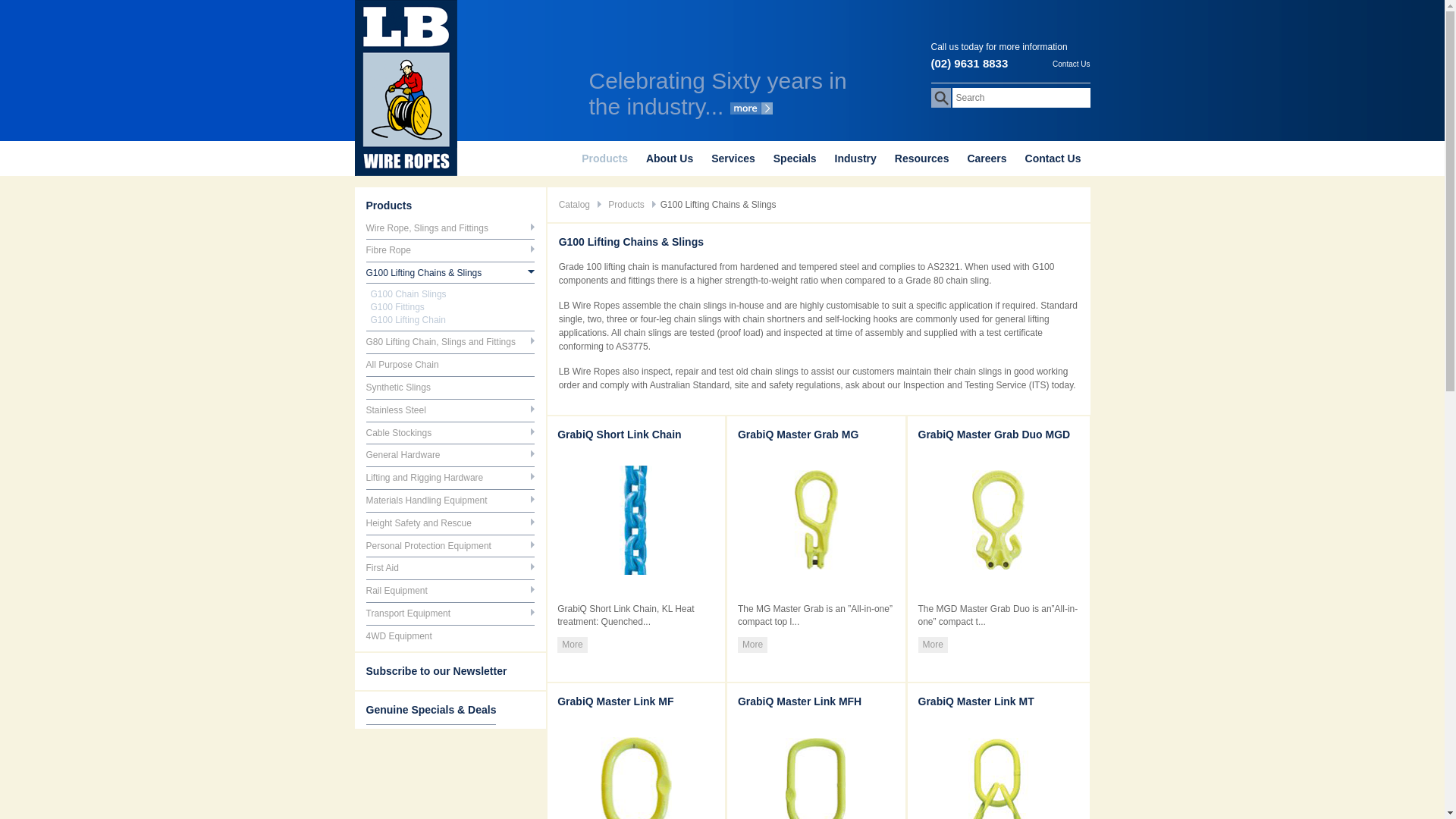  Describe the element at coordinates (1052, 158) in the screenshot. I see `'Contact Us'` at that location.